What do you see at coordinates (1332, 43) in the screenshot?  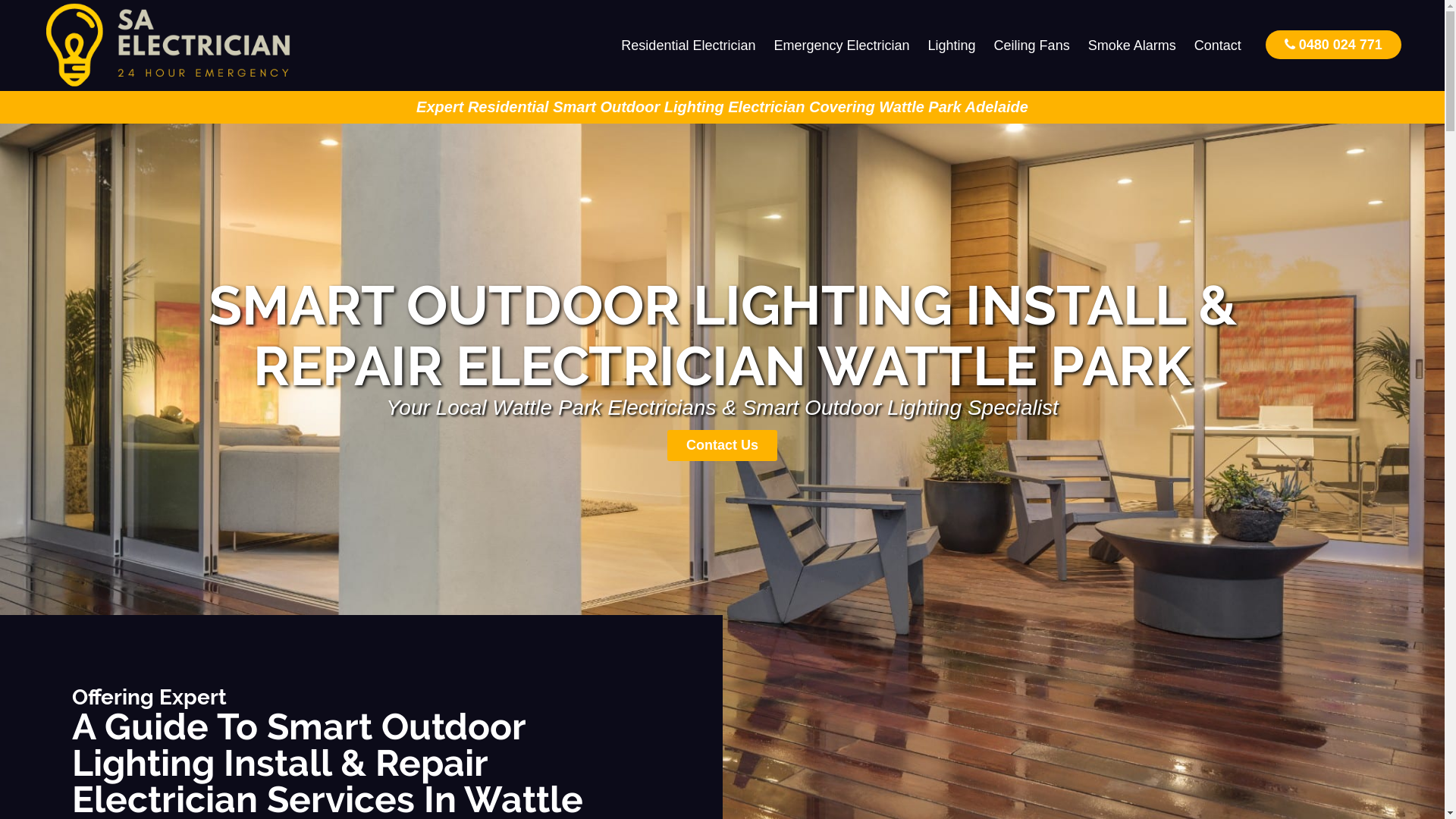 I see `'0480 024 771'` at bounding box center [1332, 43].